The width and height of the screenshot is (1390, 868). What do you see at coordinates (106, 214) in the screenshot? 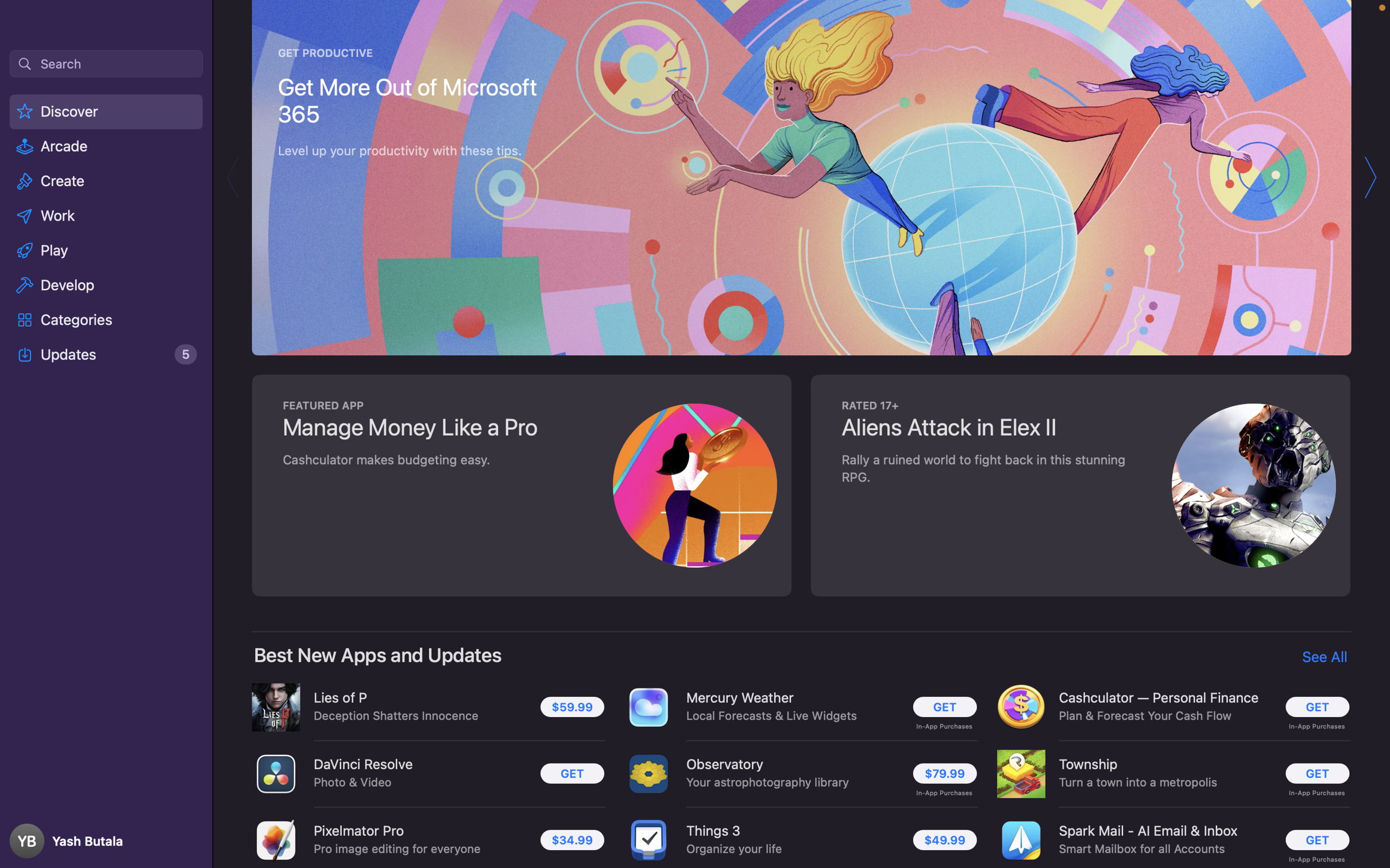
I see `the "Work" option` at bounding box center [106, 214].